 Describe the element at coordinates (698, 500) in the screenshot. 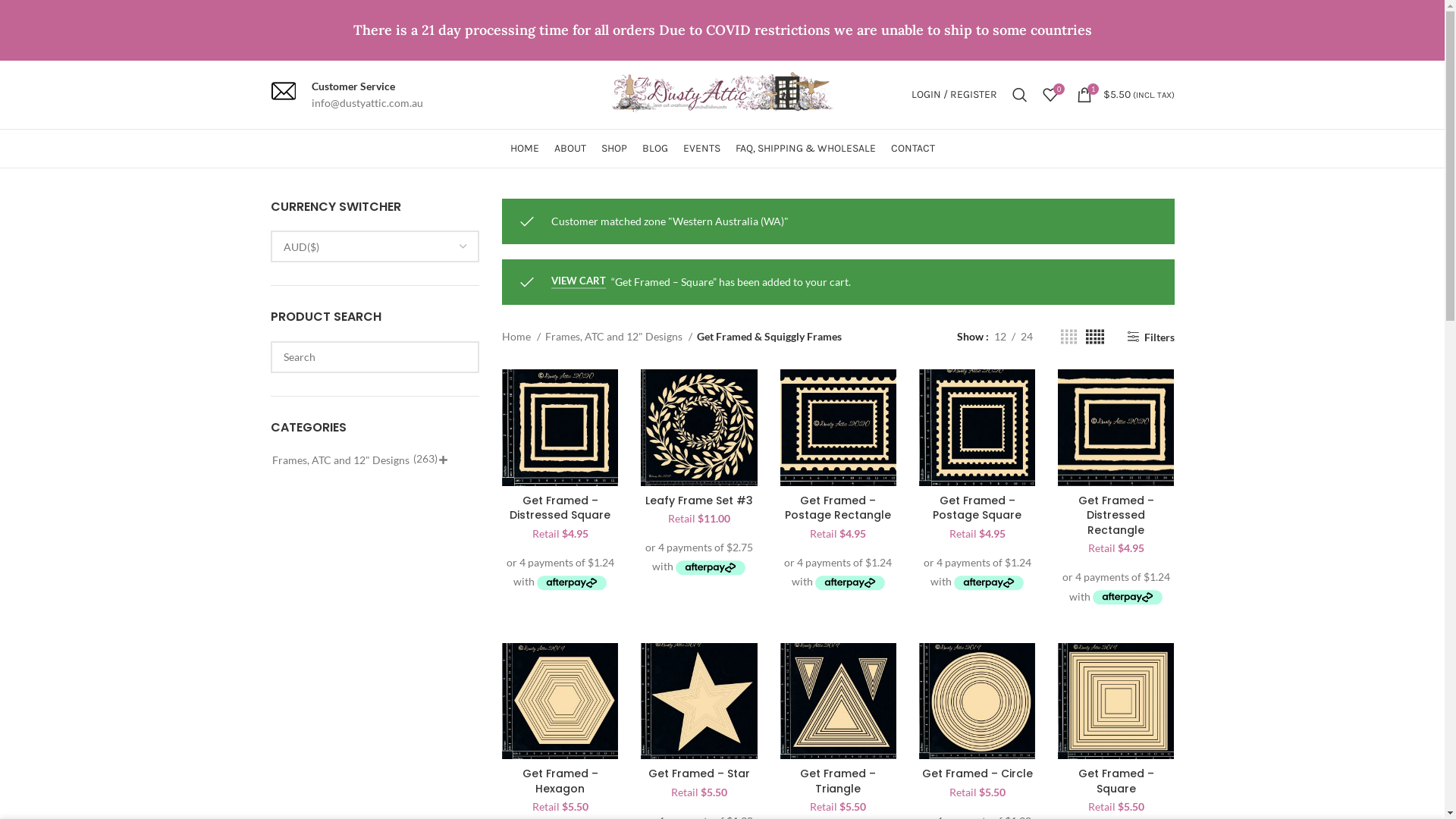

I see `'Leafy Frame Set #3'` at that location.